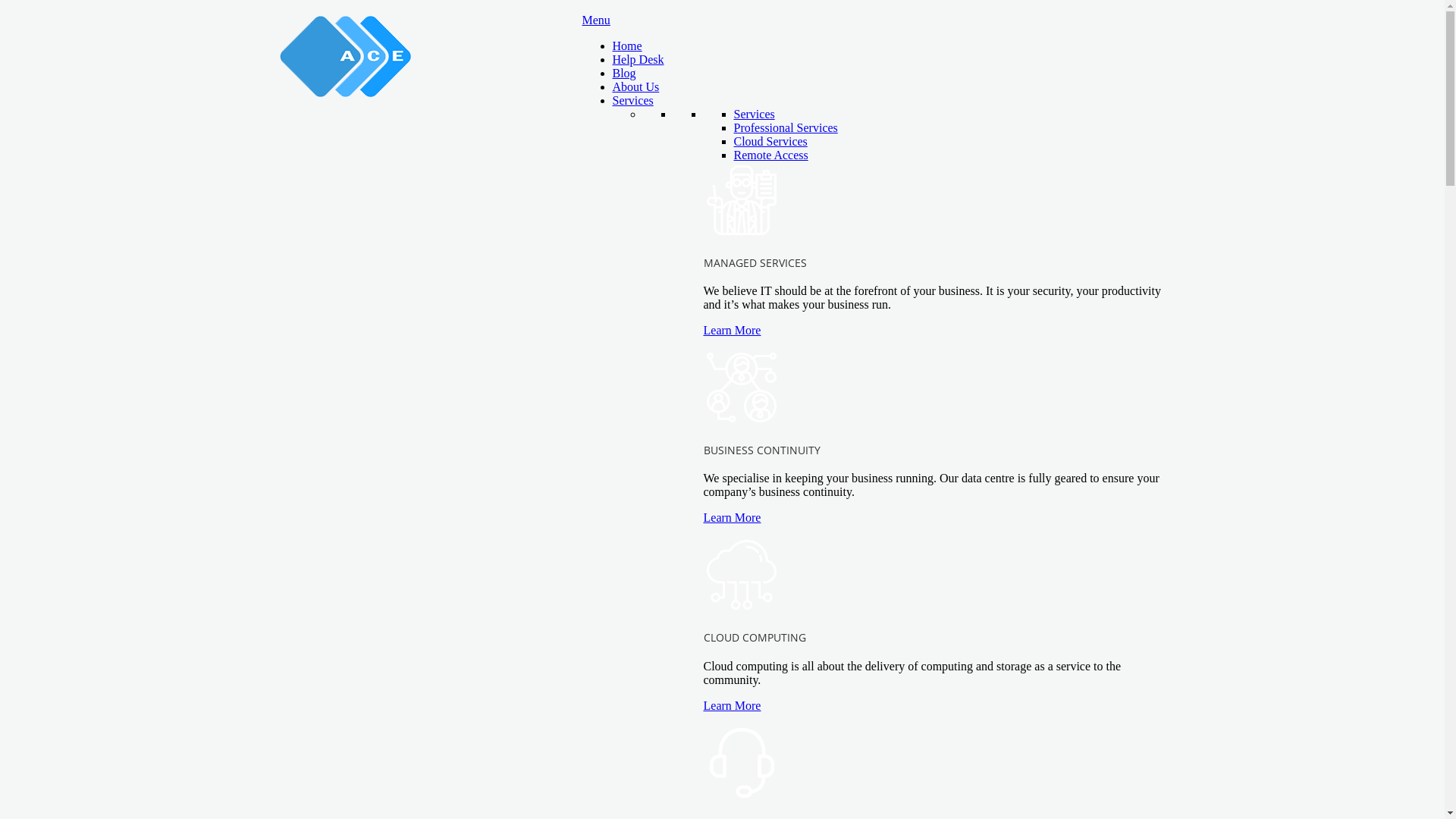  Describe the element at coordinates (595, 20) in the screenshot. I see `'Menu'` at that location.